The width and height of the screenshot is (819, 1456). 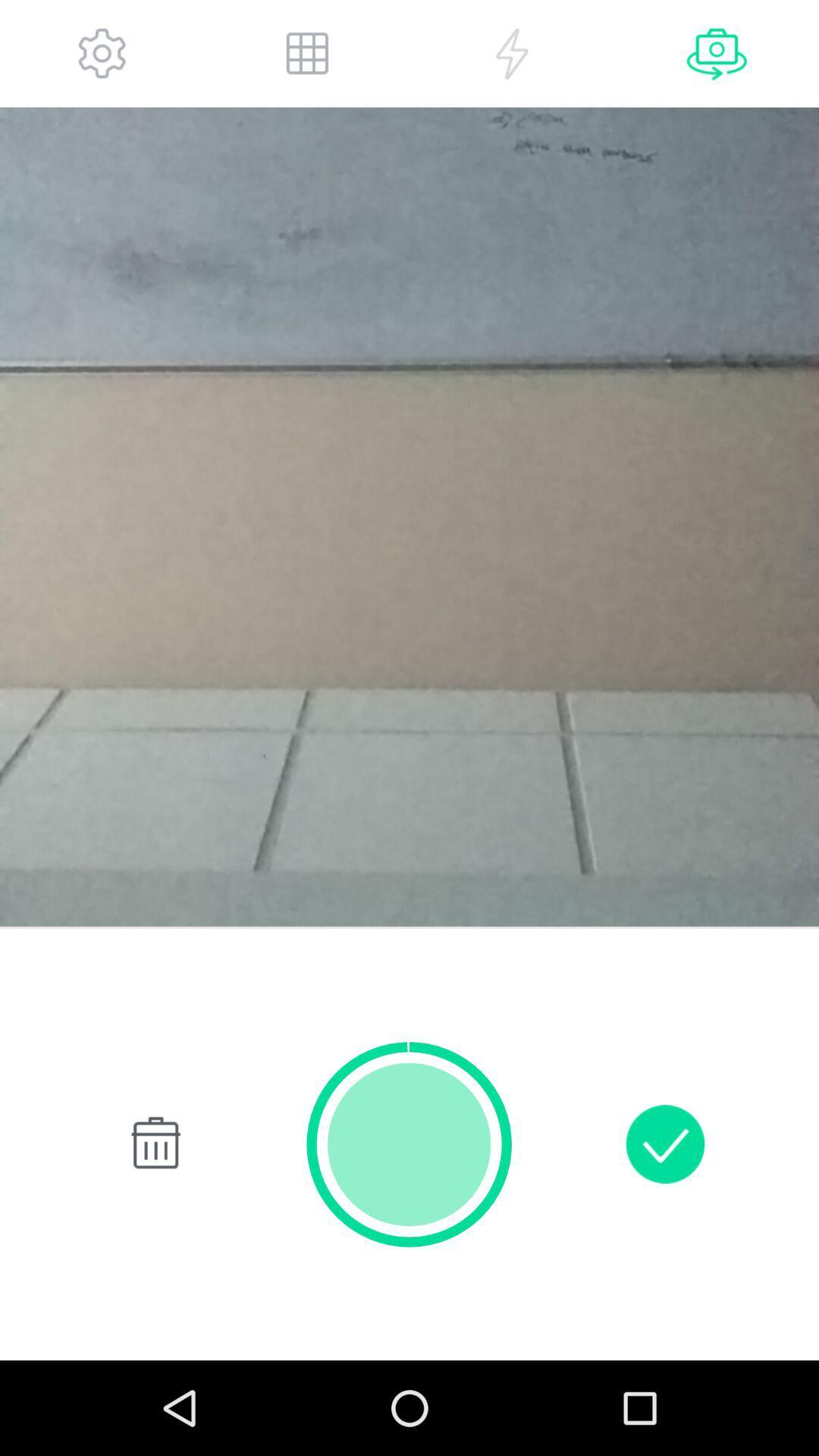 I want to click on settings, so click(x=102, y=53).